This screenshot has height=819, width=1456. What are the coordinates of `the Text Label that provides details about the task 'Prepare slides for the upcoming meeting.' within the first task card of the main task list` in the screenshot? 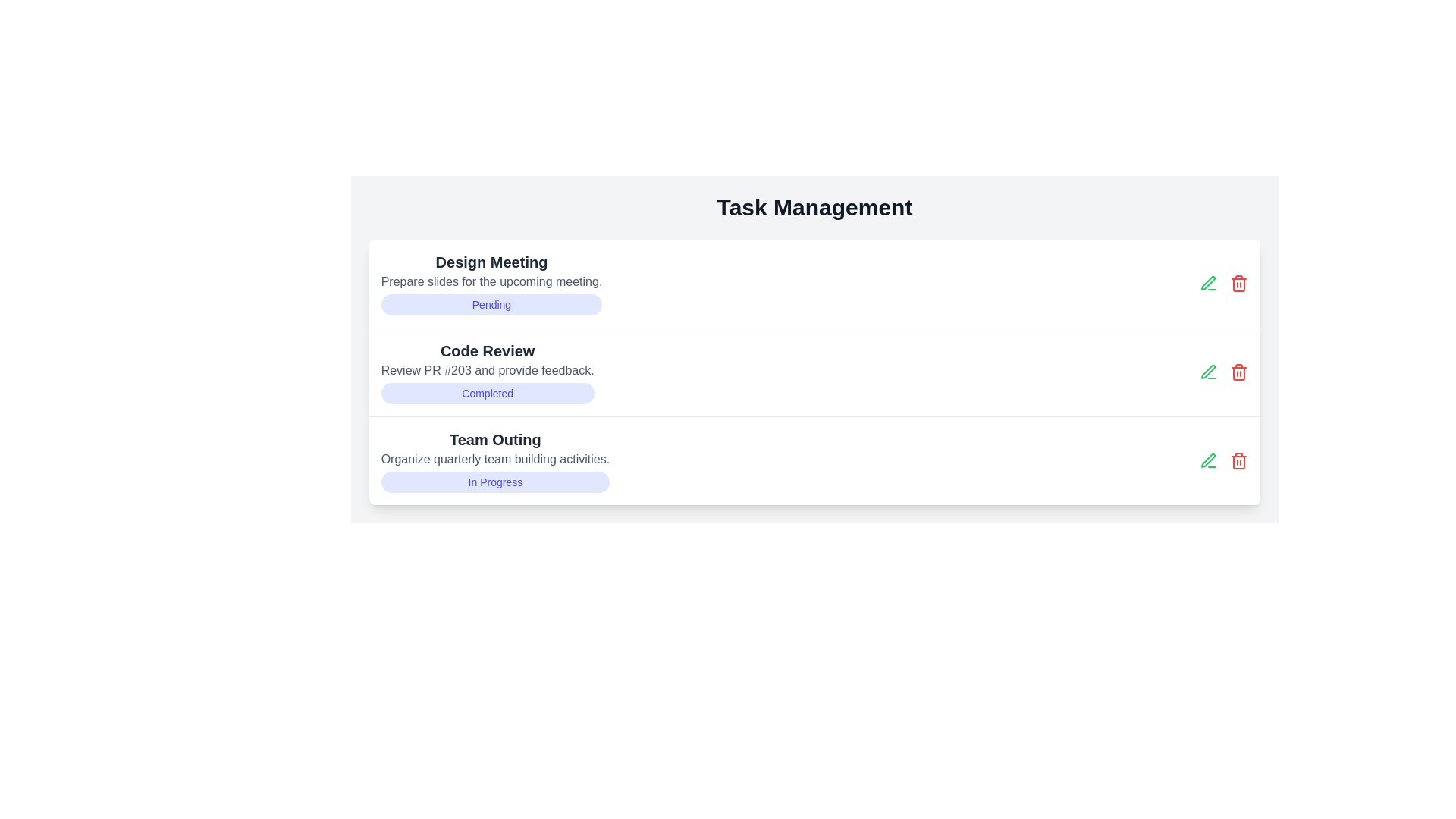 It's located at (491, 281).